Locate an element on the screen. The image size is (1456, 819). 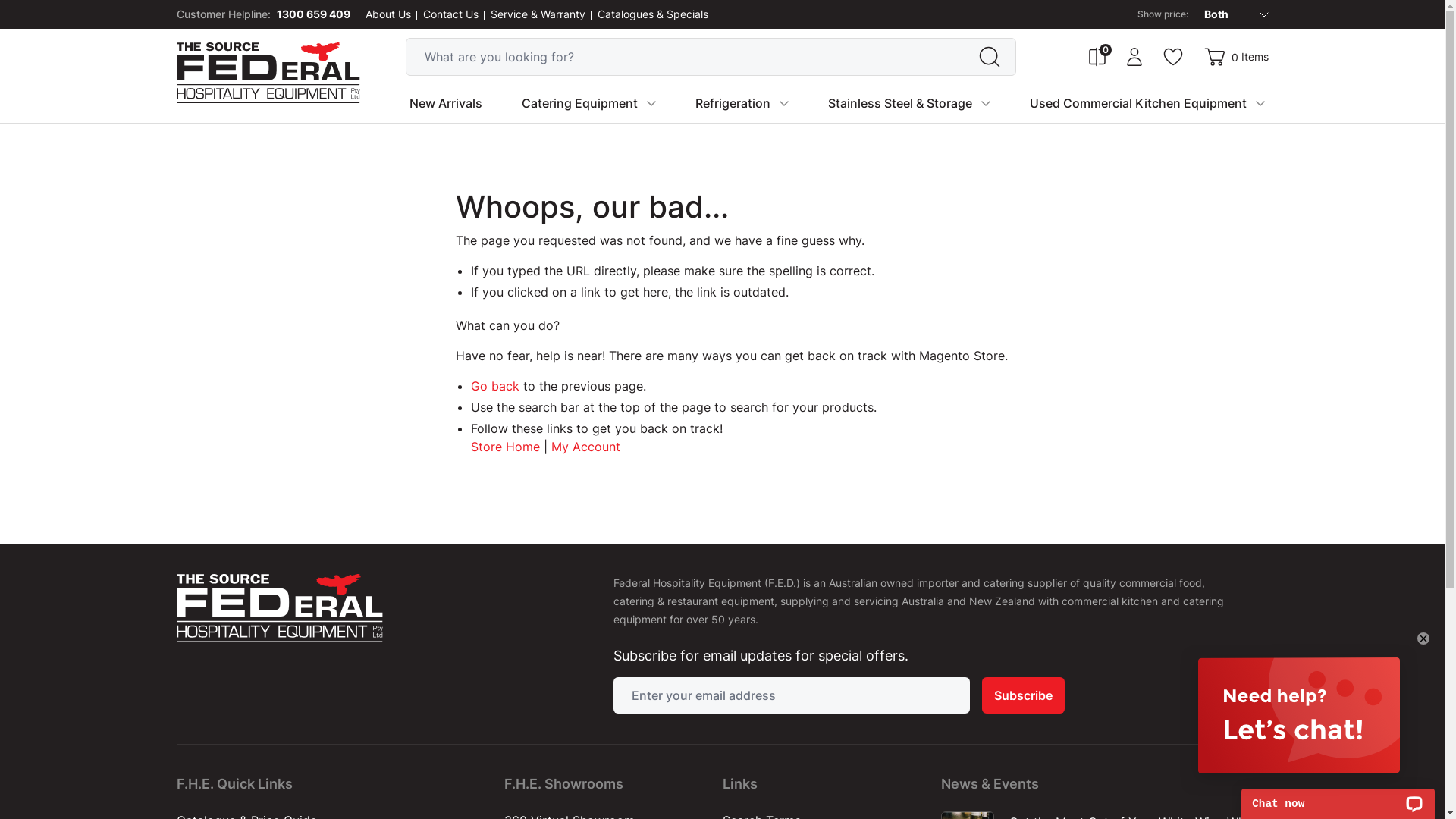
'Wishlist' is located at coordinates (1172, 55).